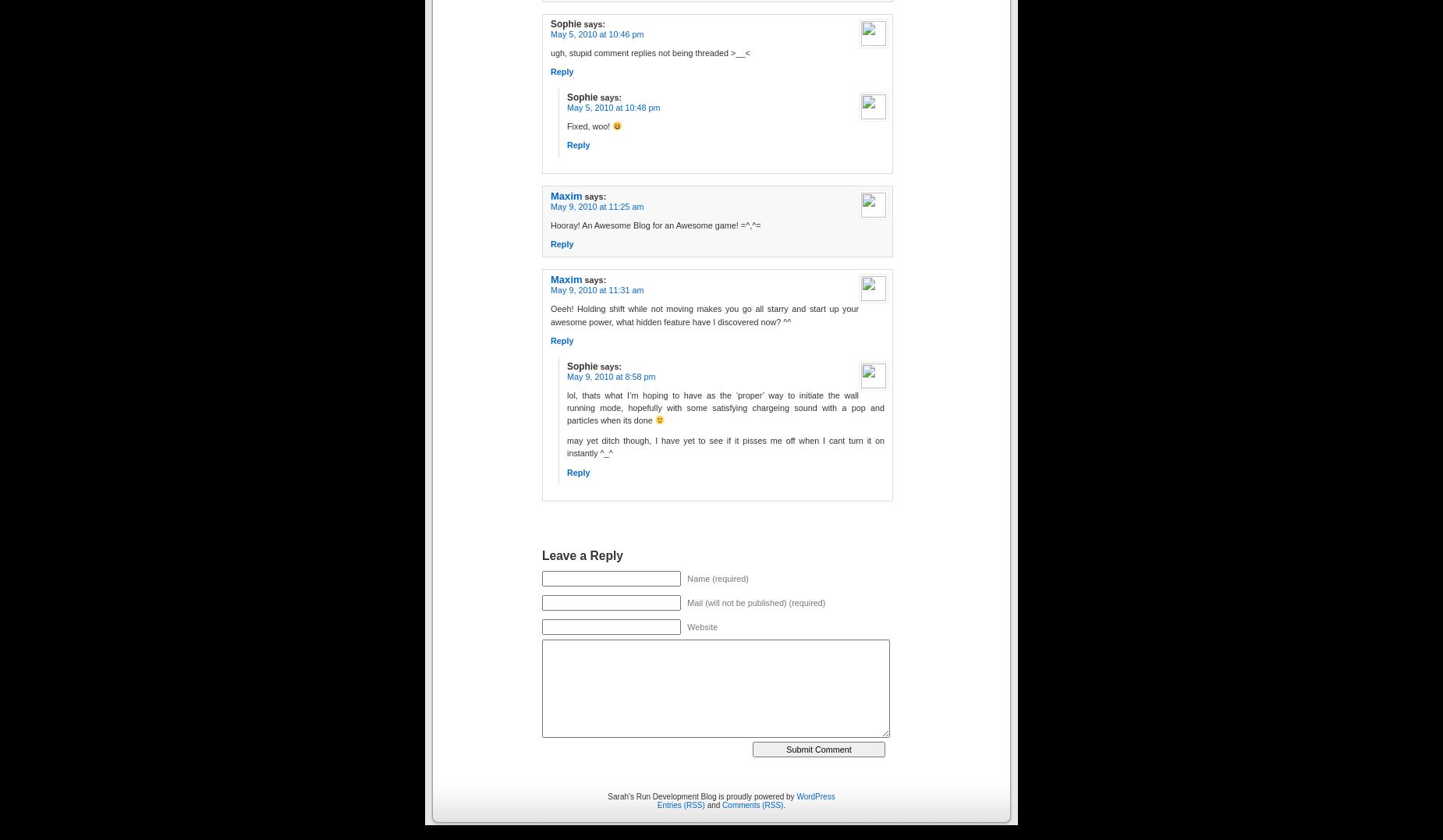  What do you see at coordinates (814, 795) in the screenshot?
I see `'WordPress'` at bounding box center [814, 795].